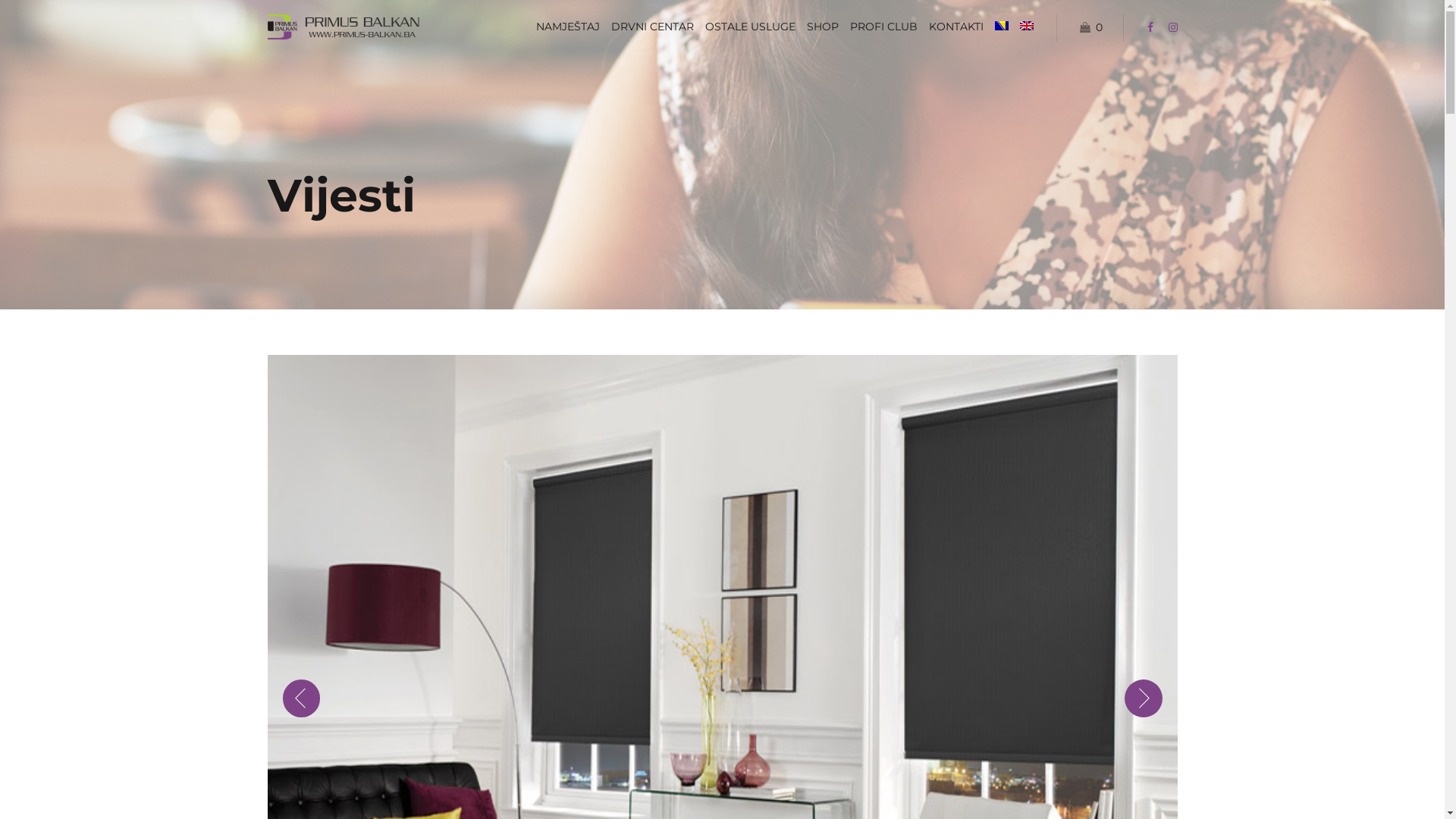  I want to click on 'OSTALE USLUGE', so click(750, 26).